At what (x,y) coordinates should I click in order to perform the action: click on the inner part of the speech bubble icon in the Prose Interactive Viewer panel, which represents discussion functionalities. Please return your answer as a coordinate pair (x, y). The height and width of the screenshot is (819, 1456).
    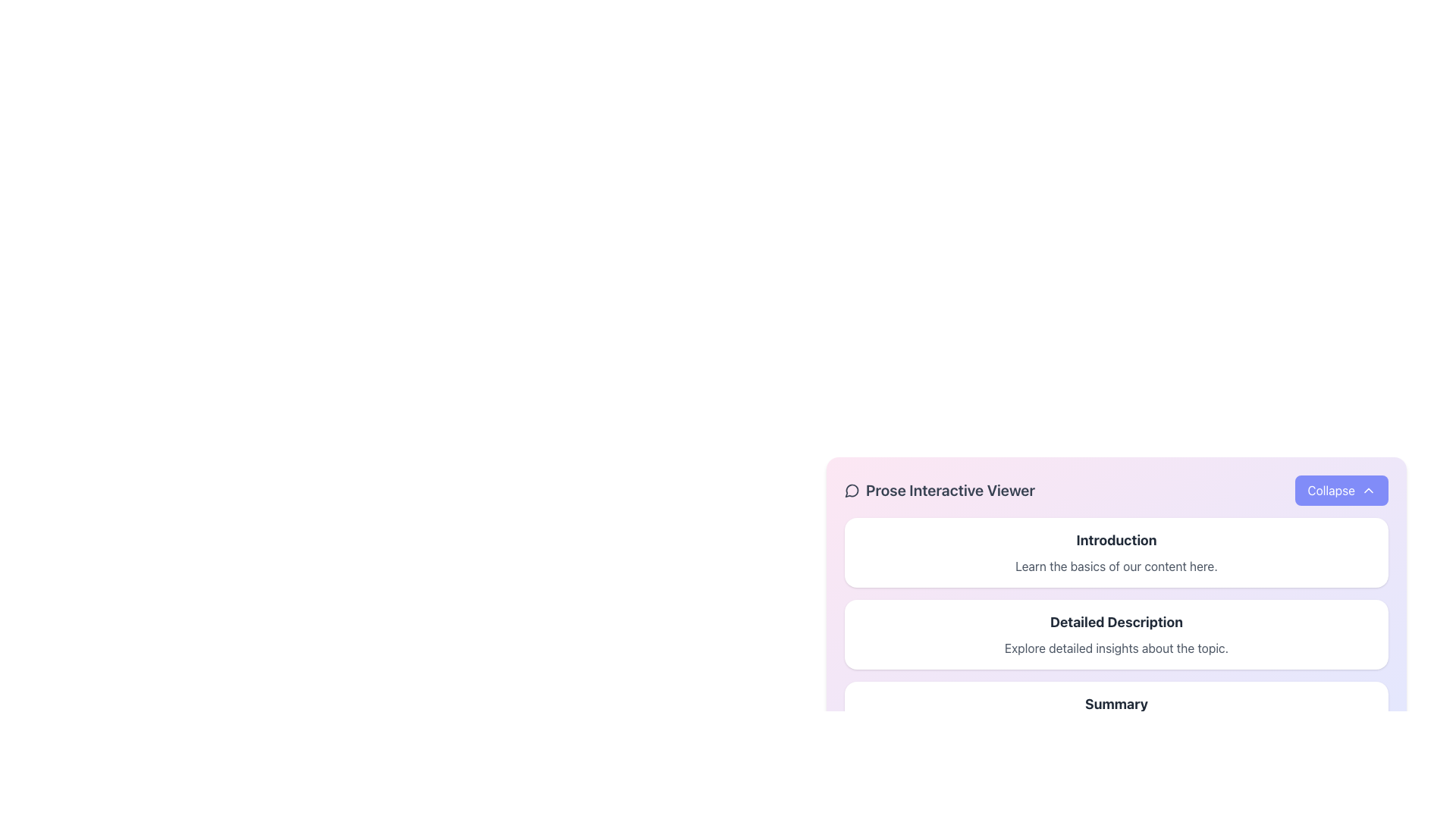
    Looking at the image, I should click on (852, 491).